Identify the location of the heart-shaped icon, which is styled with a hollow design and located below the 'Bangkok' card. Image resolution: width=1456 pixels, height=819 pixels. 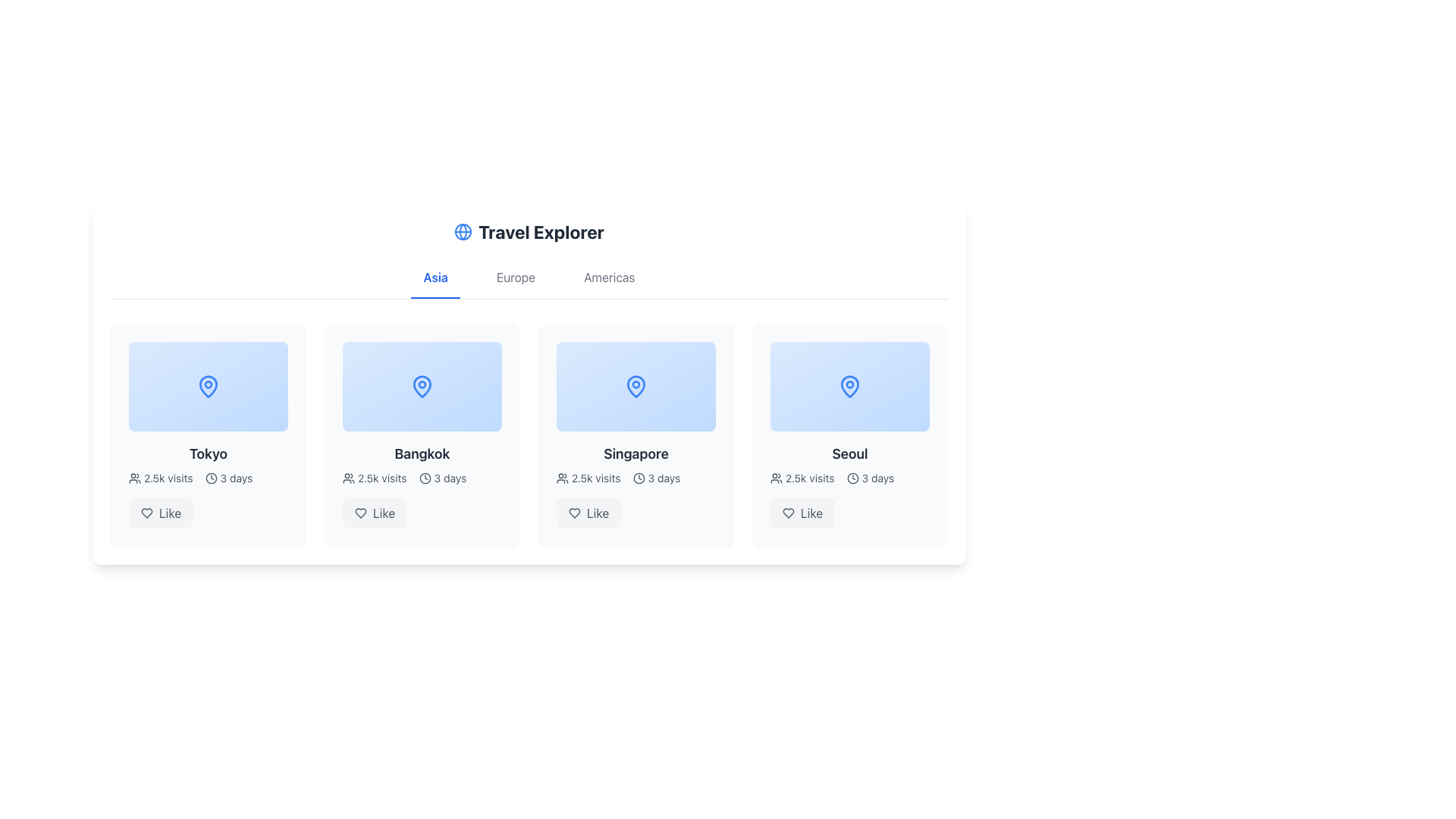
(359, 513).